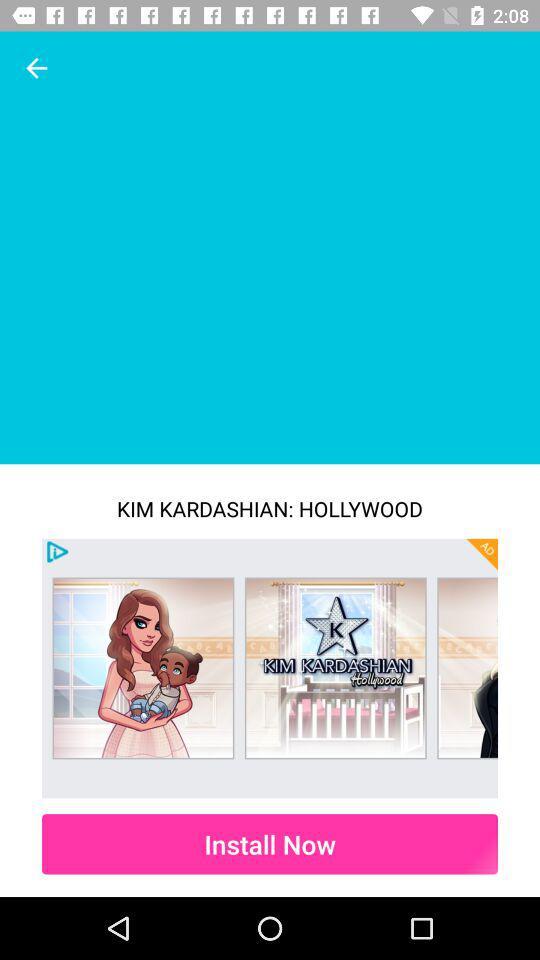 Image resolution: width=540 pixels, height=960 pixels. What do you see at coordinates (36, 68) in the screenshot?
I see `the arrow_backward icon` at bounding box center [36, 68].